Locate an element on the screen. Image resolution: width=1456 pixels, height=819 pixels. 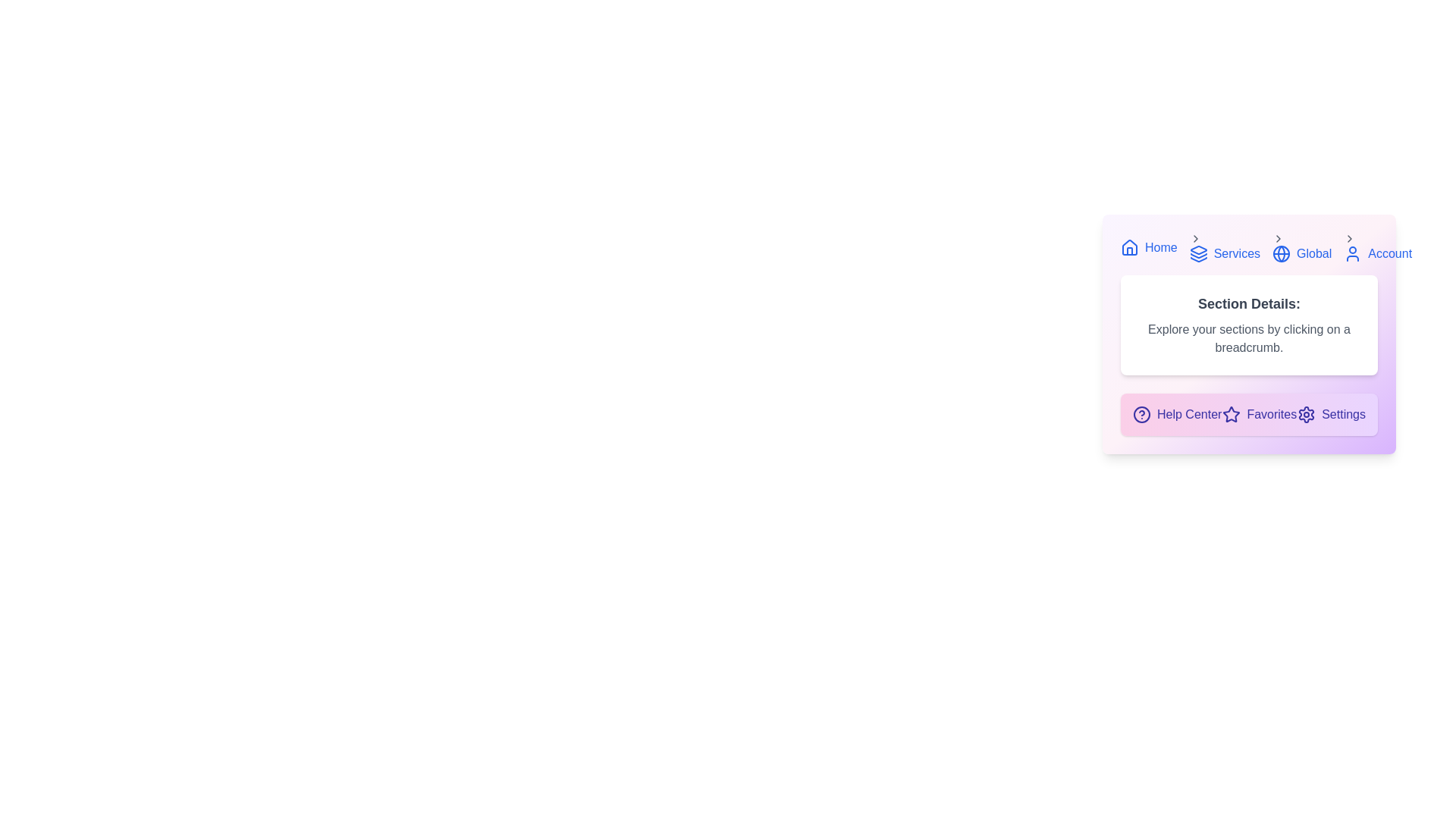
the text label that reads 'Section Details:' which is styled with a large, bold font in dark gray color, located at the top of a white box with rounded corners is located at coordinates (1249, 304).